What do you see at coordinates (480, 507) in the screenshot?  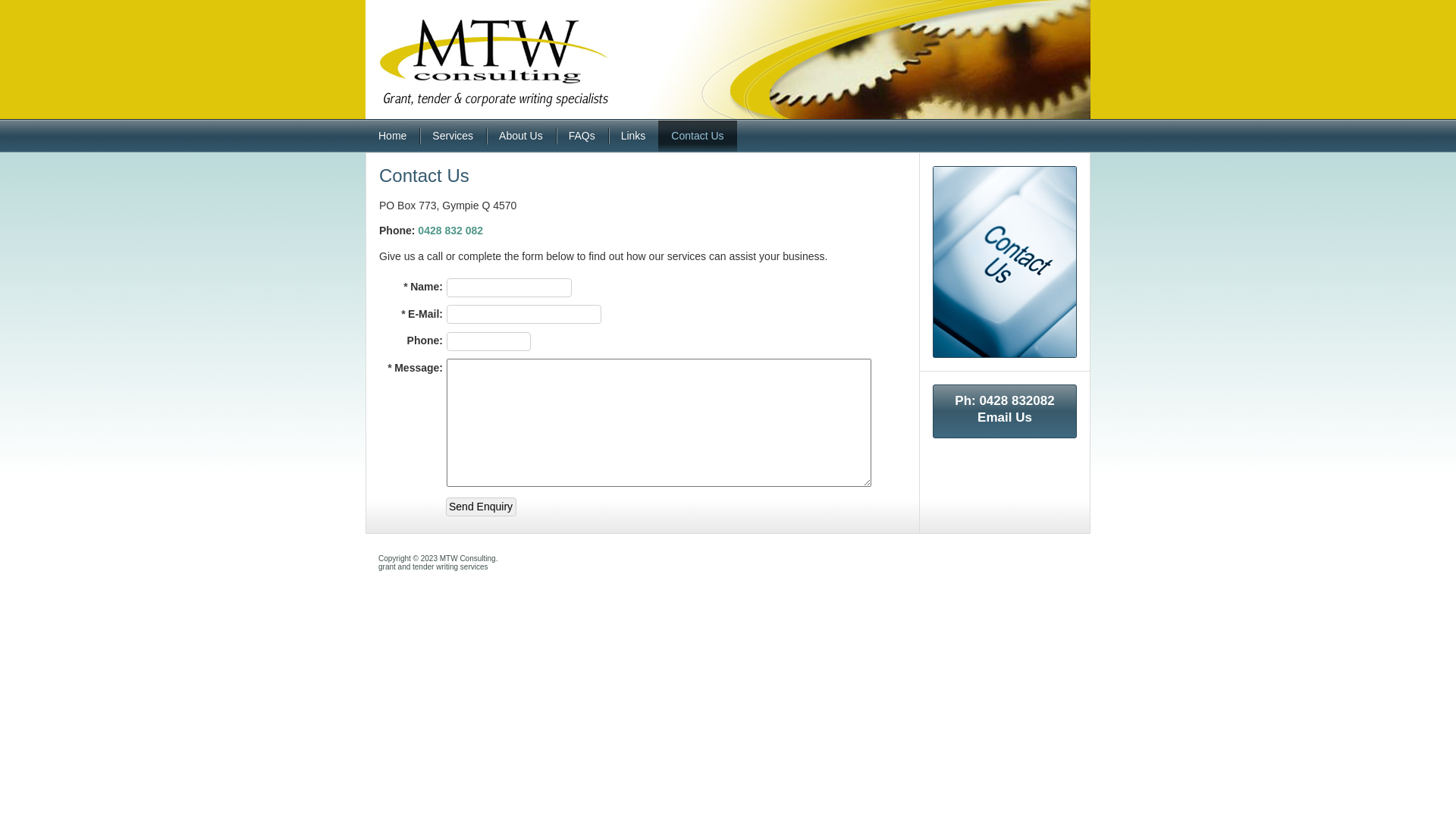 I see `'Send Enquiry'` at bounding box center [480, 507].